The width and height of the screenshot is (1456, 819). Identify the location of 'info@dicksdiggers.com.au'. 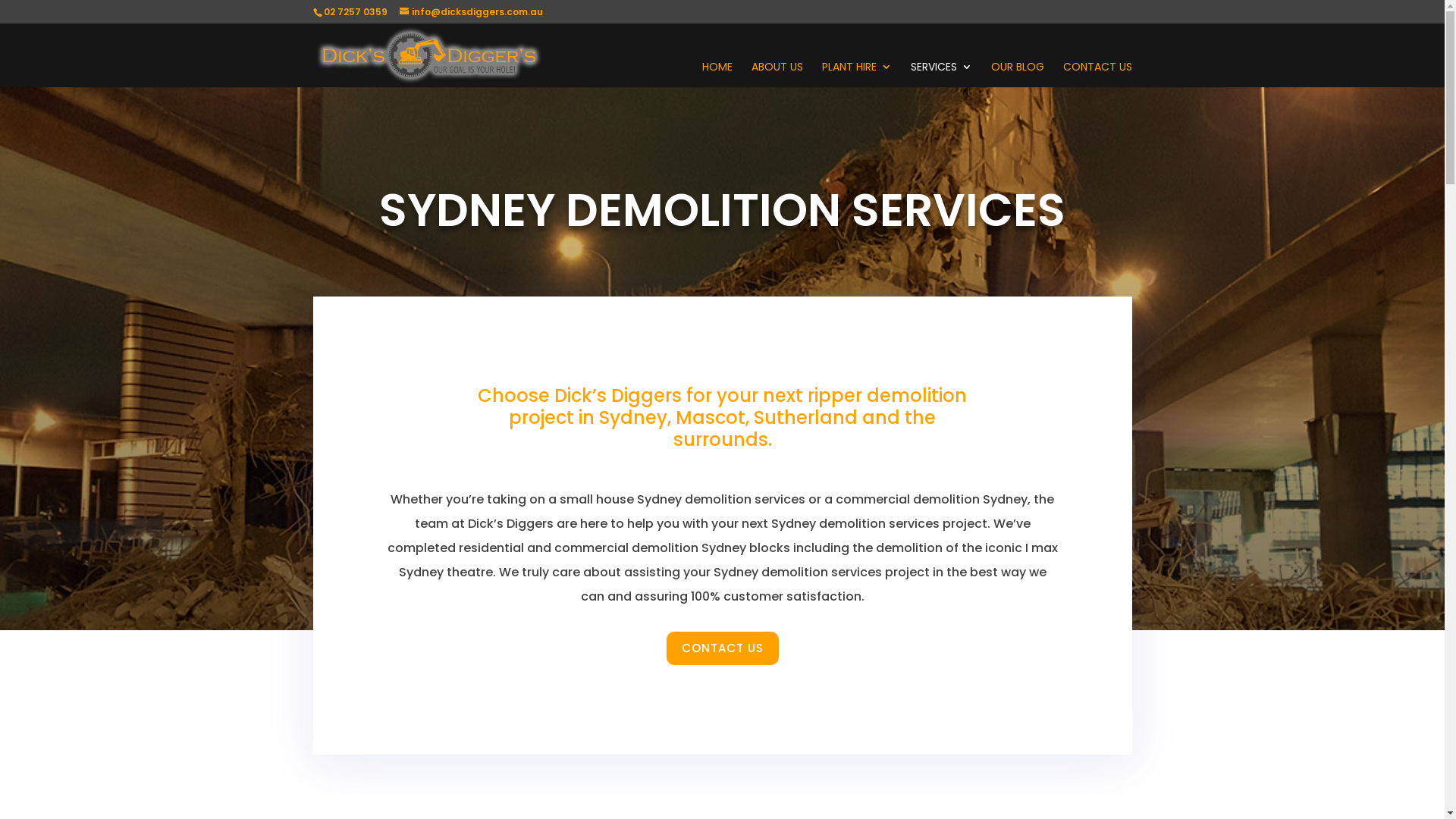
(469, 11).